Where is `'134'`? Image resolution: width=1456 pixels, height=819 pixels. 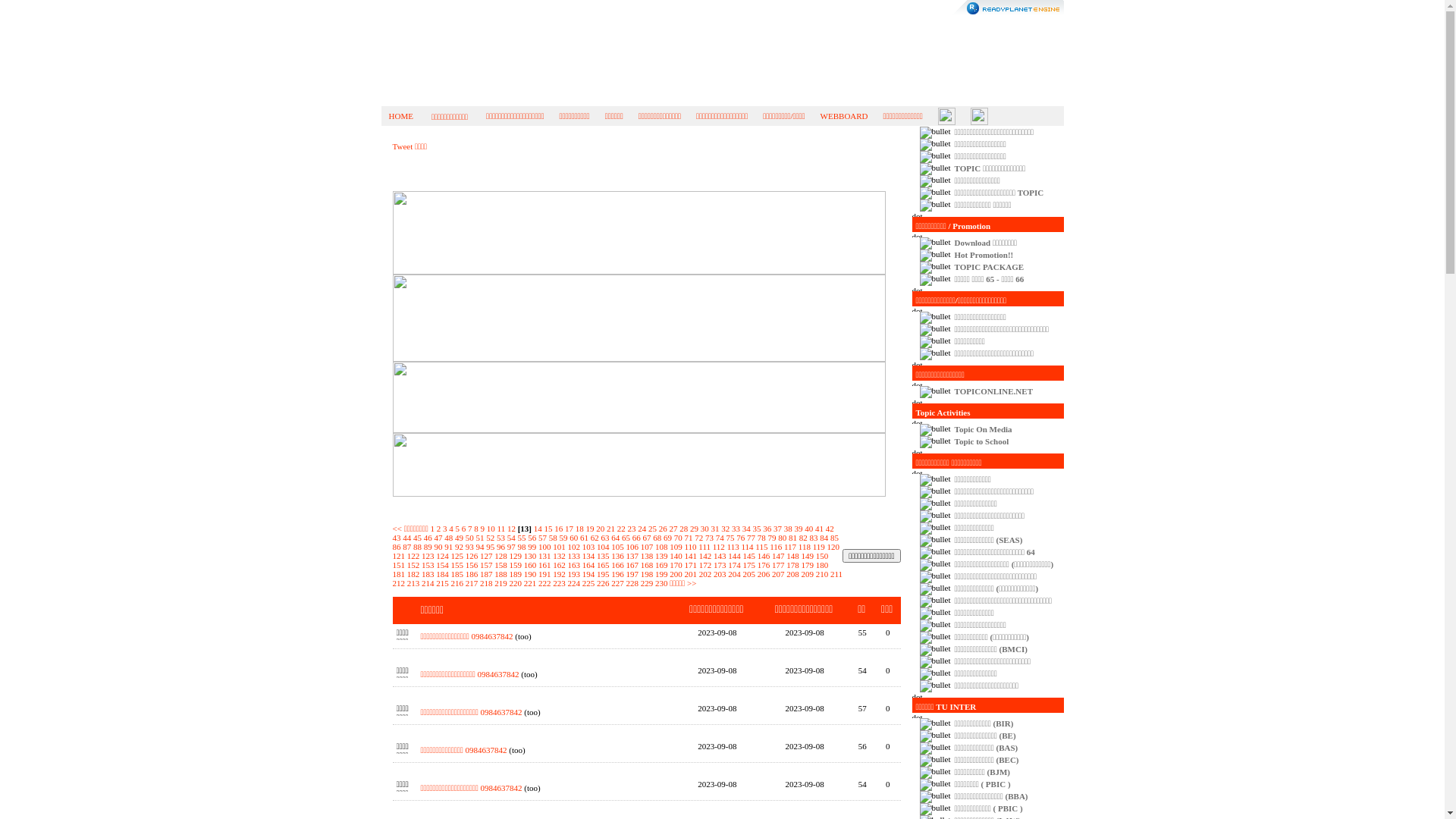 '134' is located at coordinates (588, 555).